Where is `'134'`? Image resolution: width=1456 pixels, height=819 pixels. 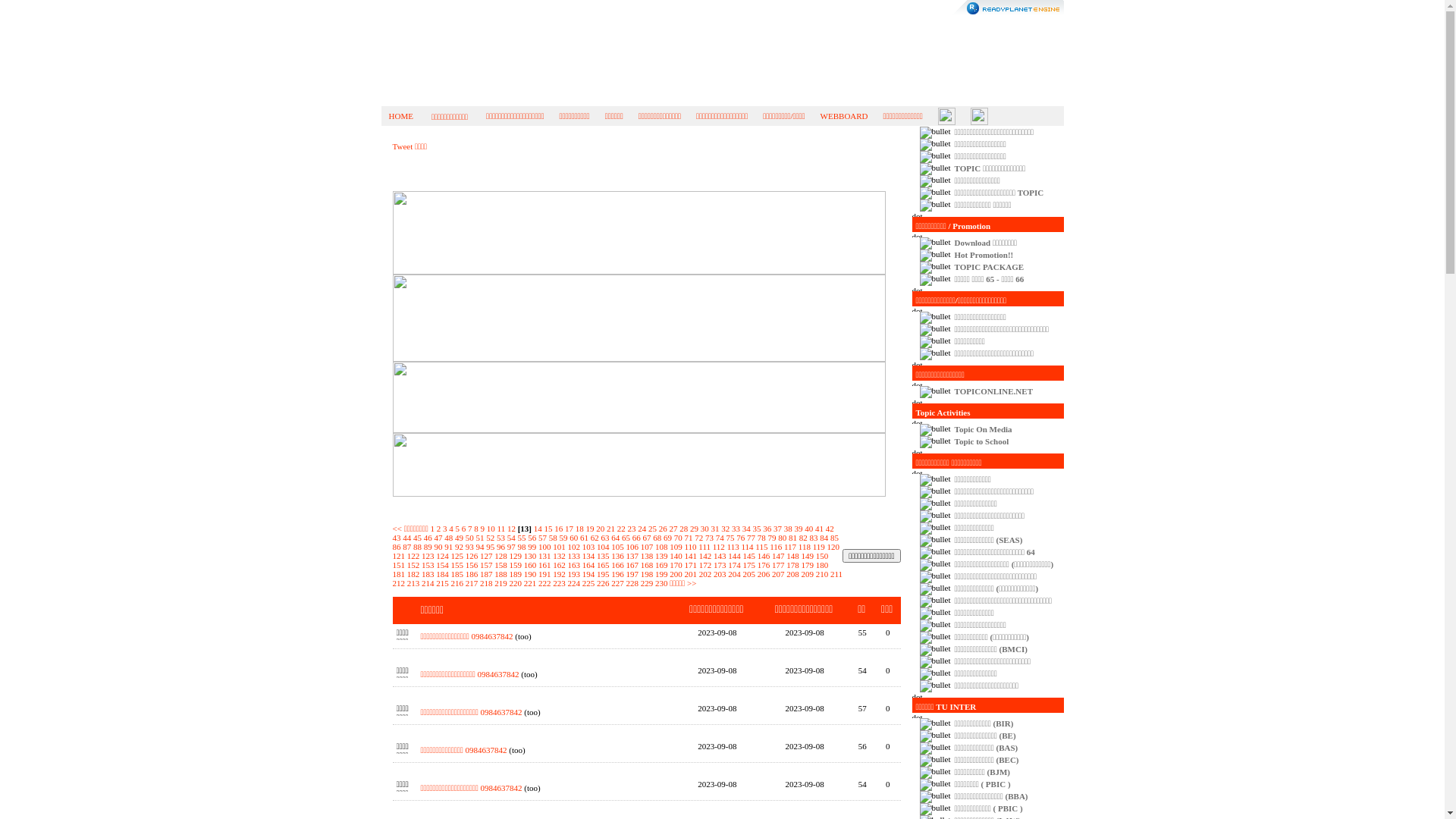 '134' is located at coordinates (588, 555).